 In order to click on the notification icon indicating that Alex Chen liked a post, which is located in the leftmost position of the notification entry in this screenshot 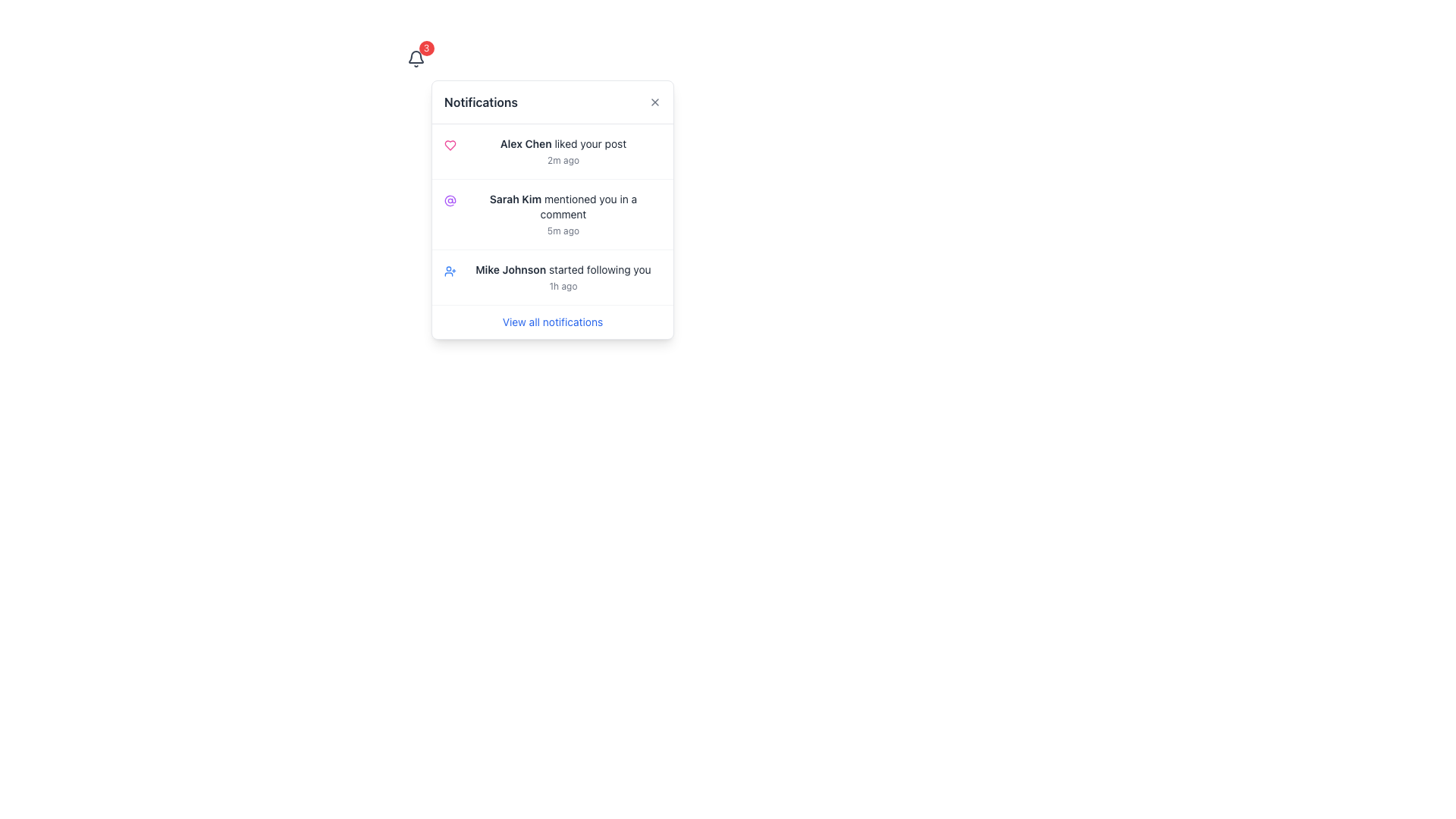, I will do `click(450, 146)`.